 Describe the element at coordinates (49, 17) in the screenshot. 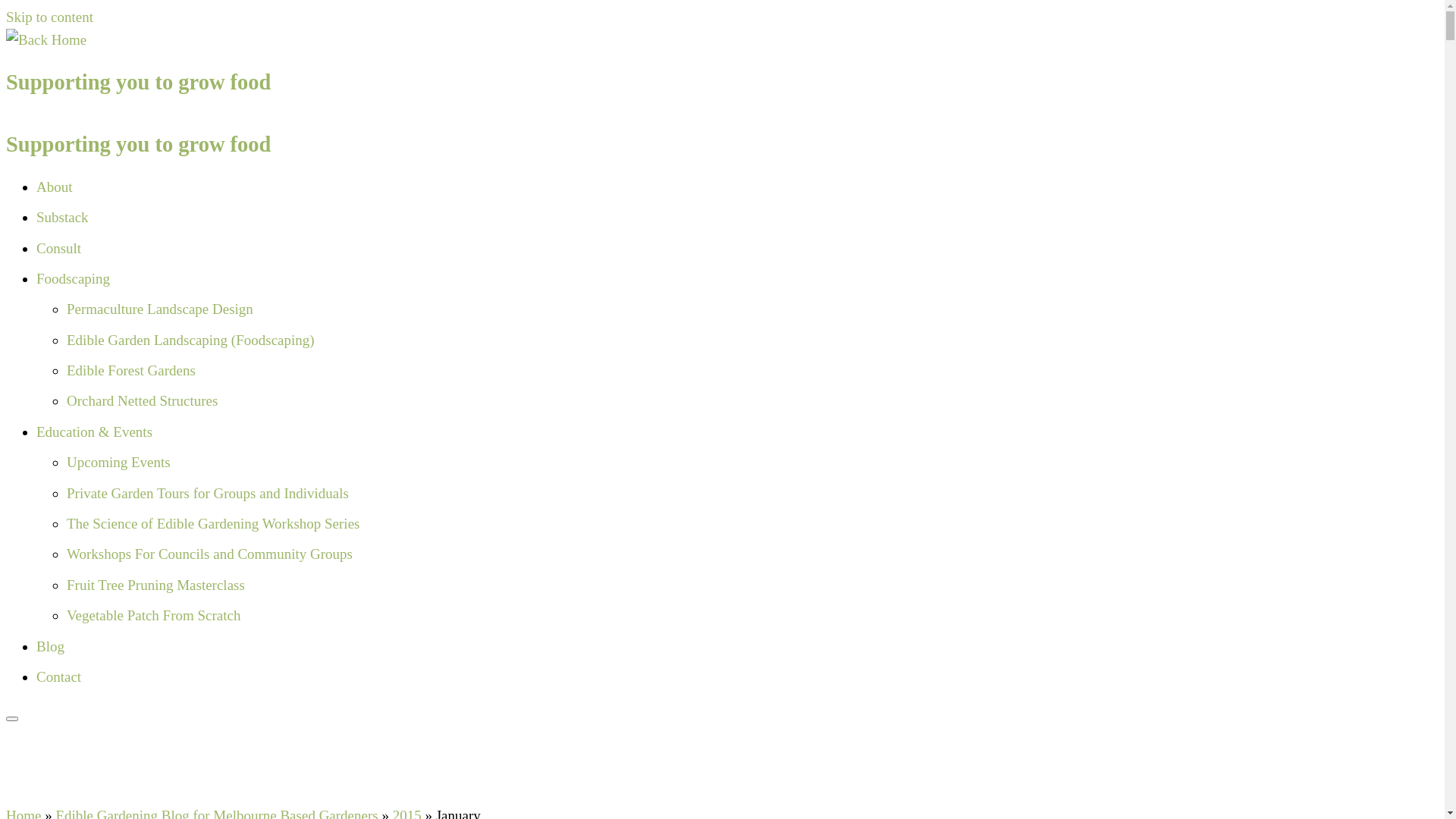

I see `'Skip to content'` at that location.